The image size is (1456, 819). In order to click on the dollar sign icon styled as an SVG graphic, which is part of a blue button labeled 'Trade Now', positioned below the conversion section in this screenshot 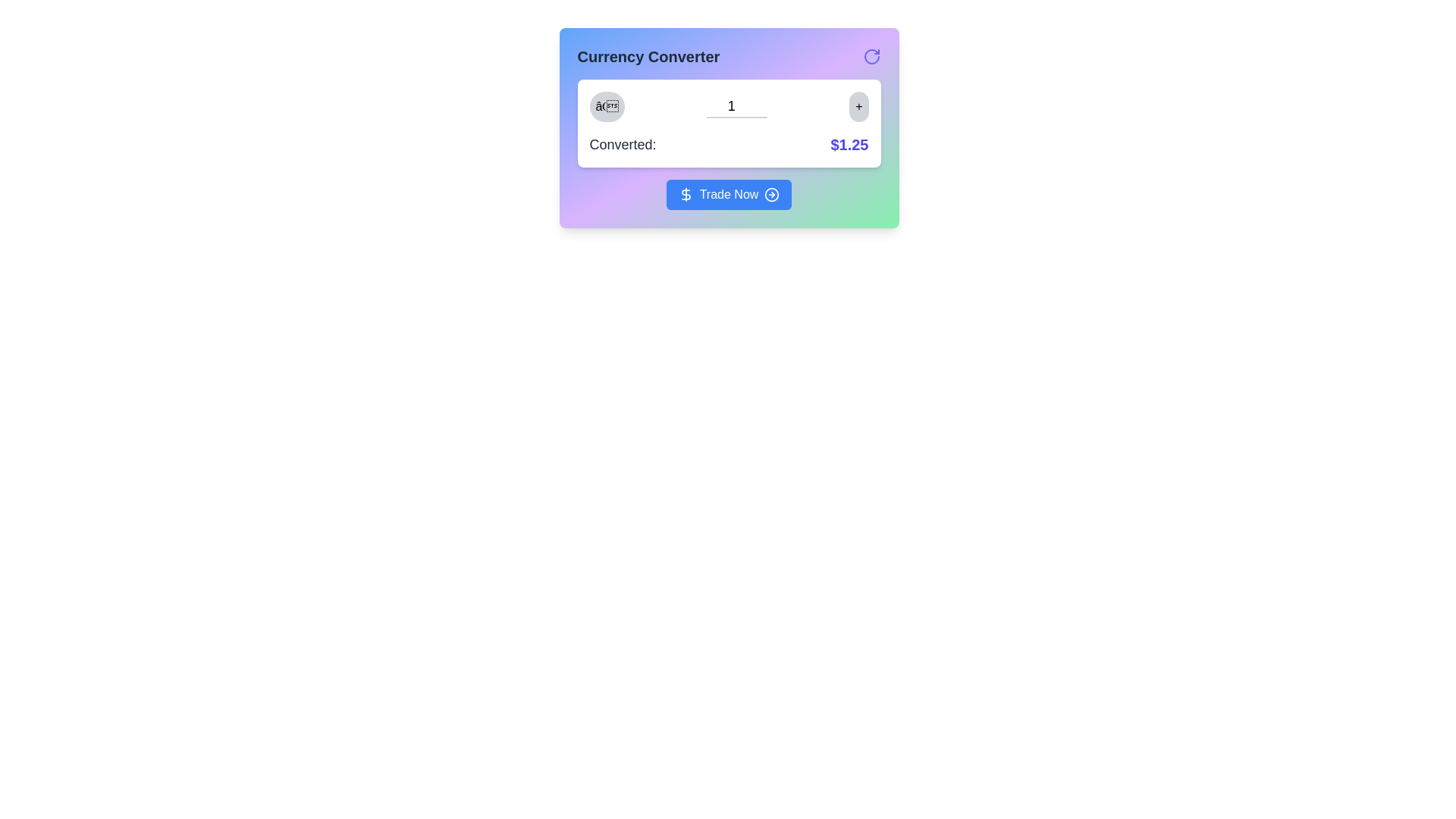, I will do `click(685, 194)`.